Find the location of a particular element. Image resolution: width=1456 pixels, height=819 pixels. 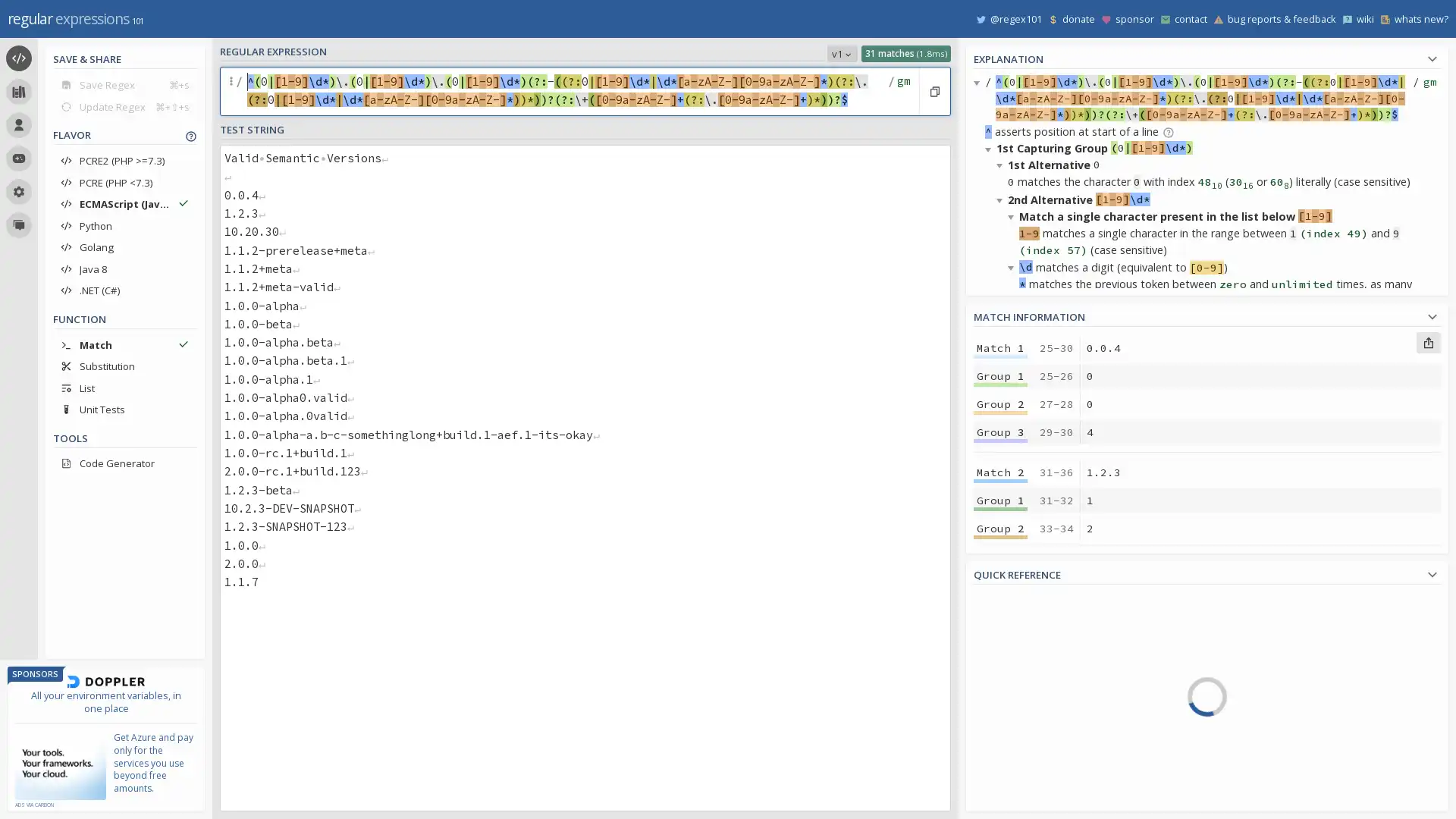

Substitution is located at coordinates (124, 366).